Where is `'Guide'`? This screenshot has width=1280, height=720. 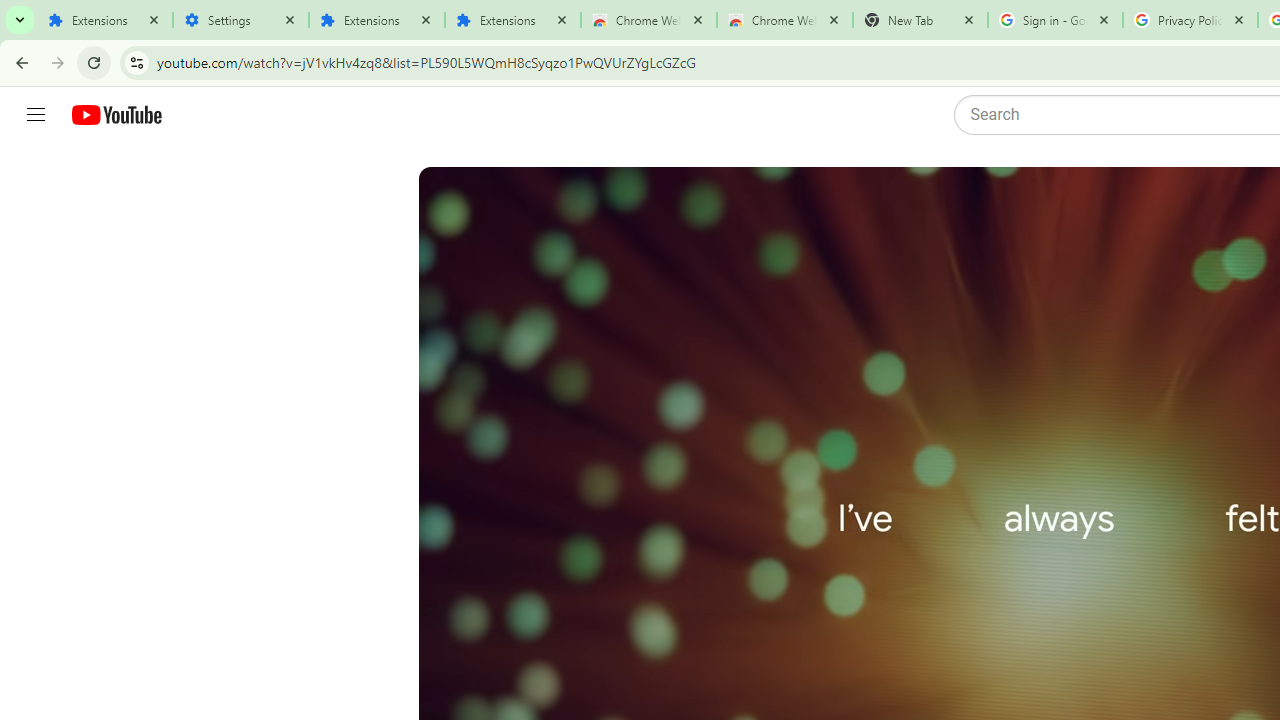 'Guide' is located at coordinates (35, 115).